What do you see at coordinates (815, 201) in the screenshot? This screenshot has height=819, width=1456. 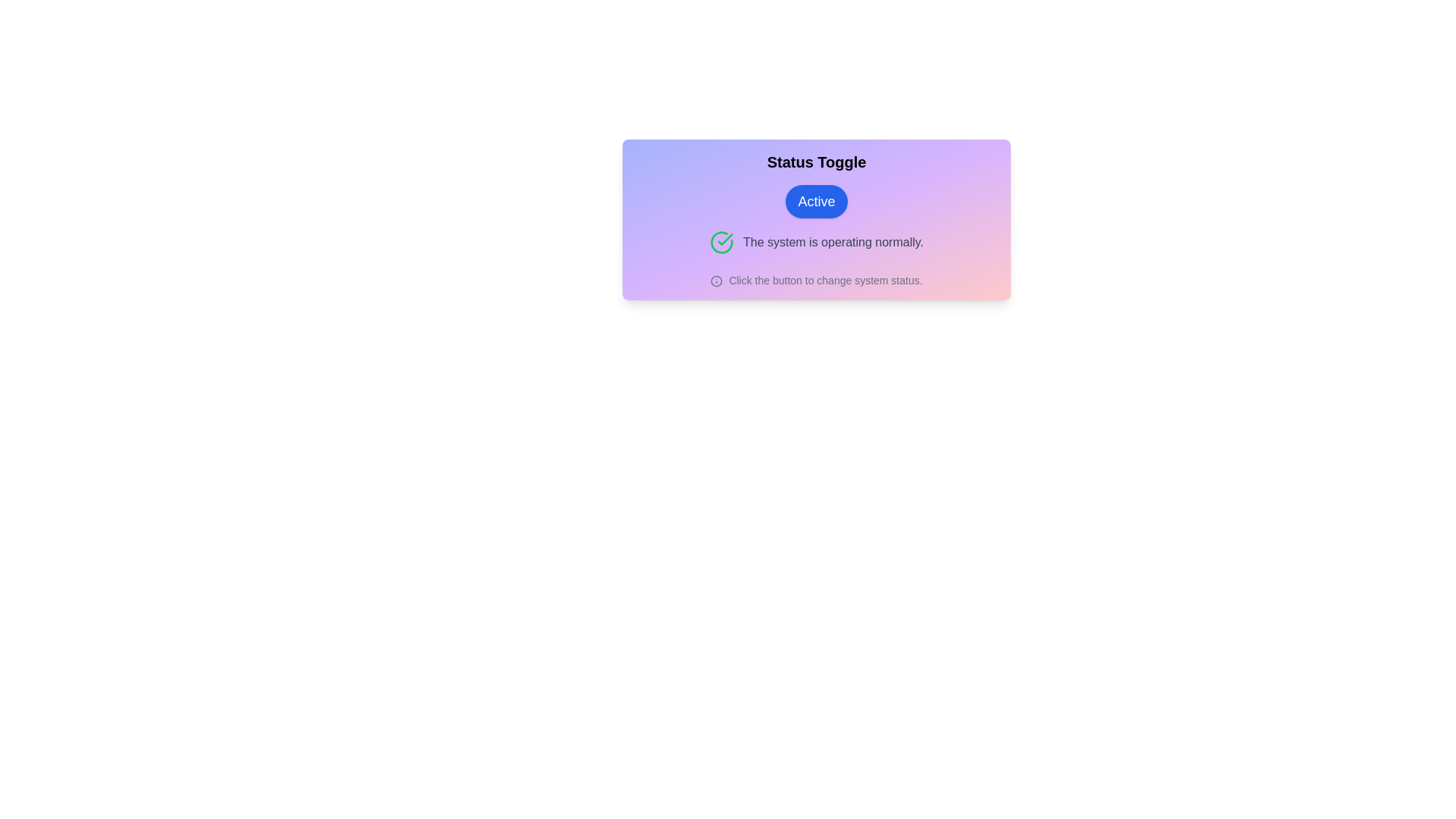 I see `the 'Active' button to toggle the system status` at bounding box center [815, 201].